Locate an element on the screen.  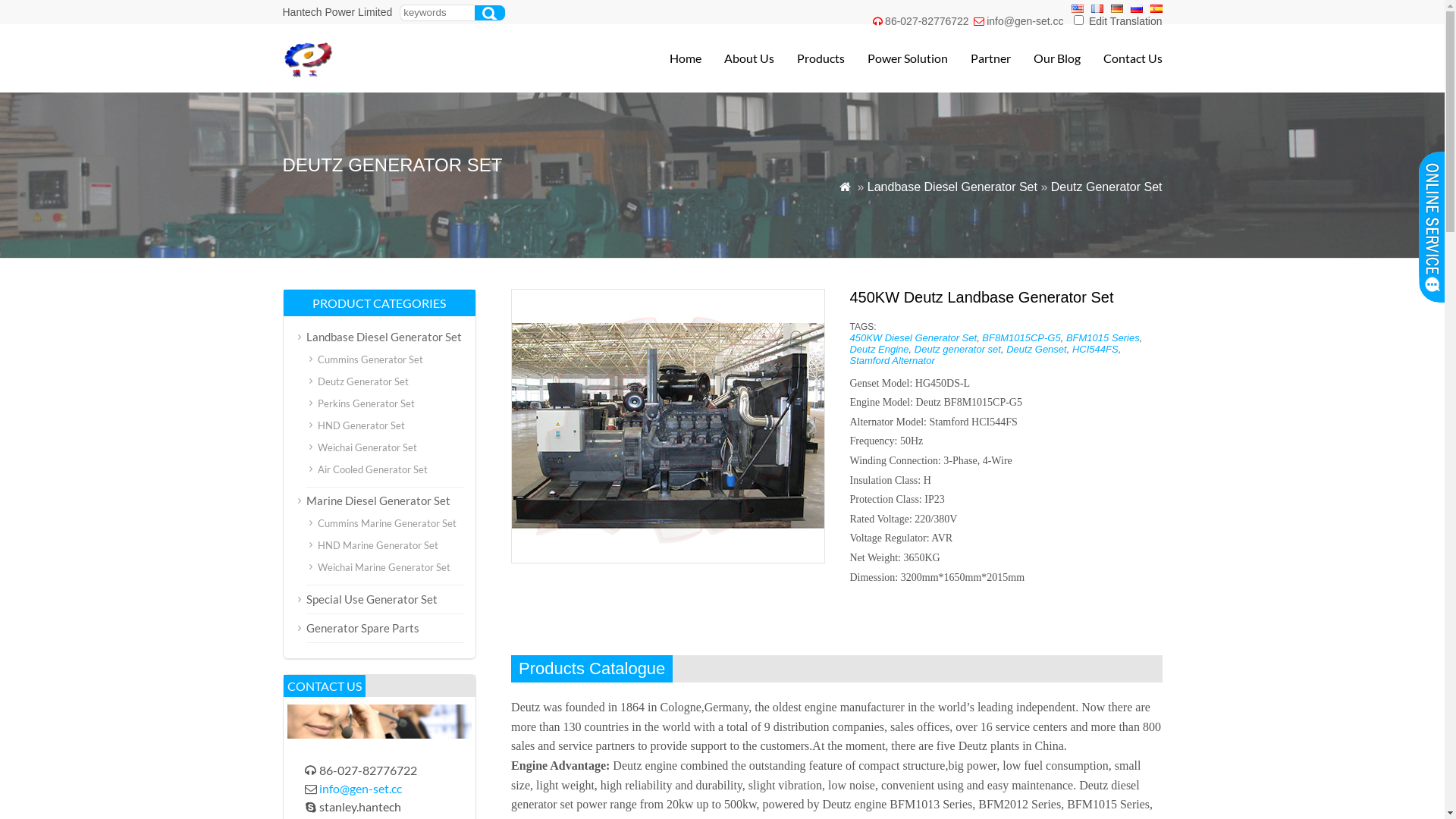
'450KW Diesel Generator Set' is located at coordinates (912, 337).